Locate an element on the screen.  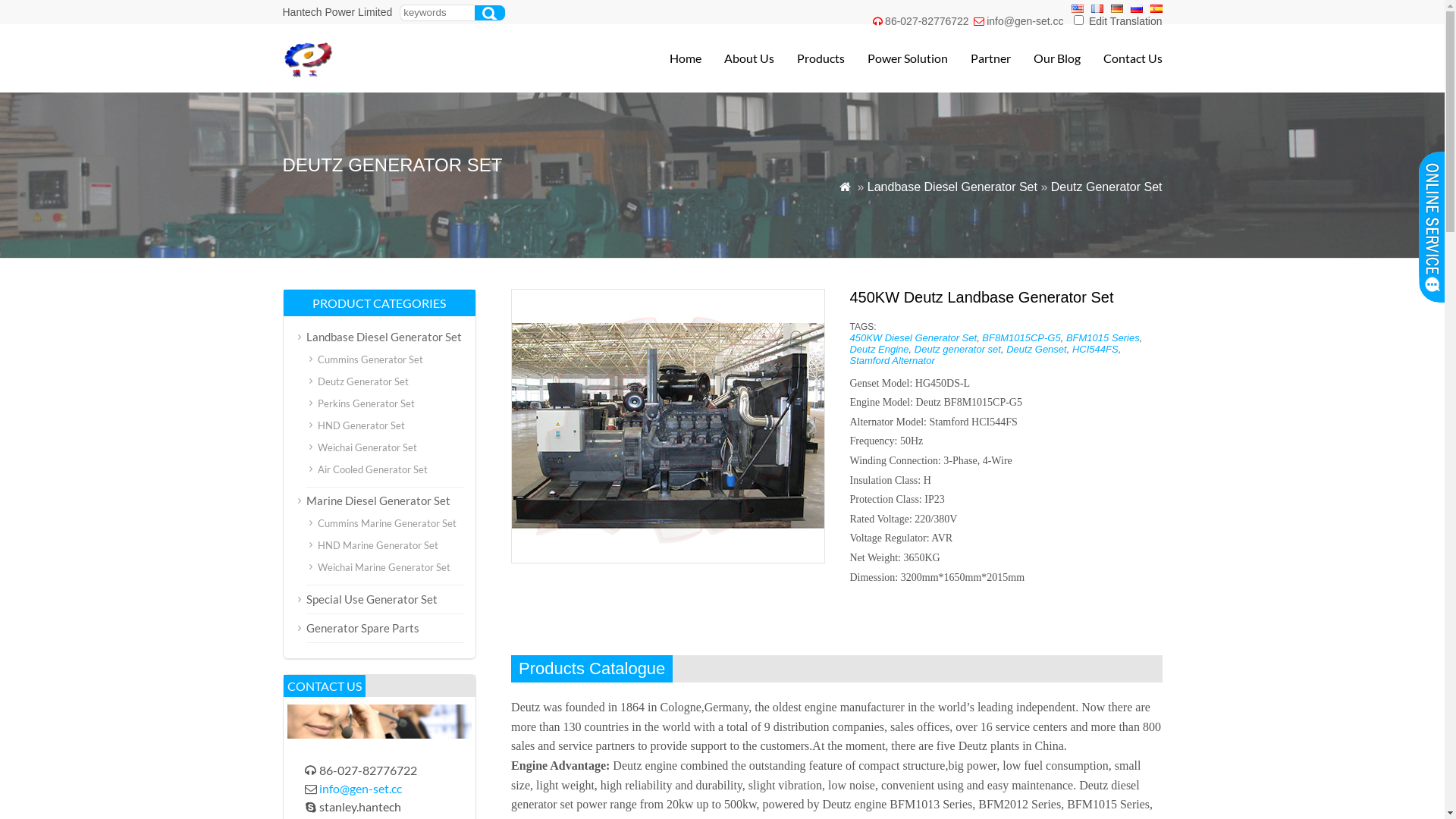
'450KW Diesel Generator Set' is located at coordinates (912, 337).